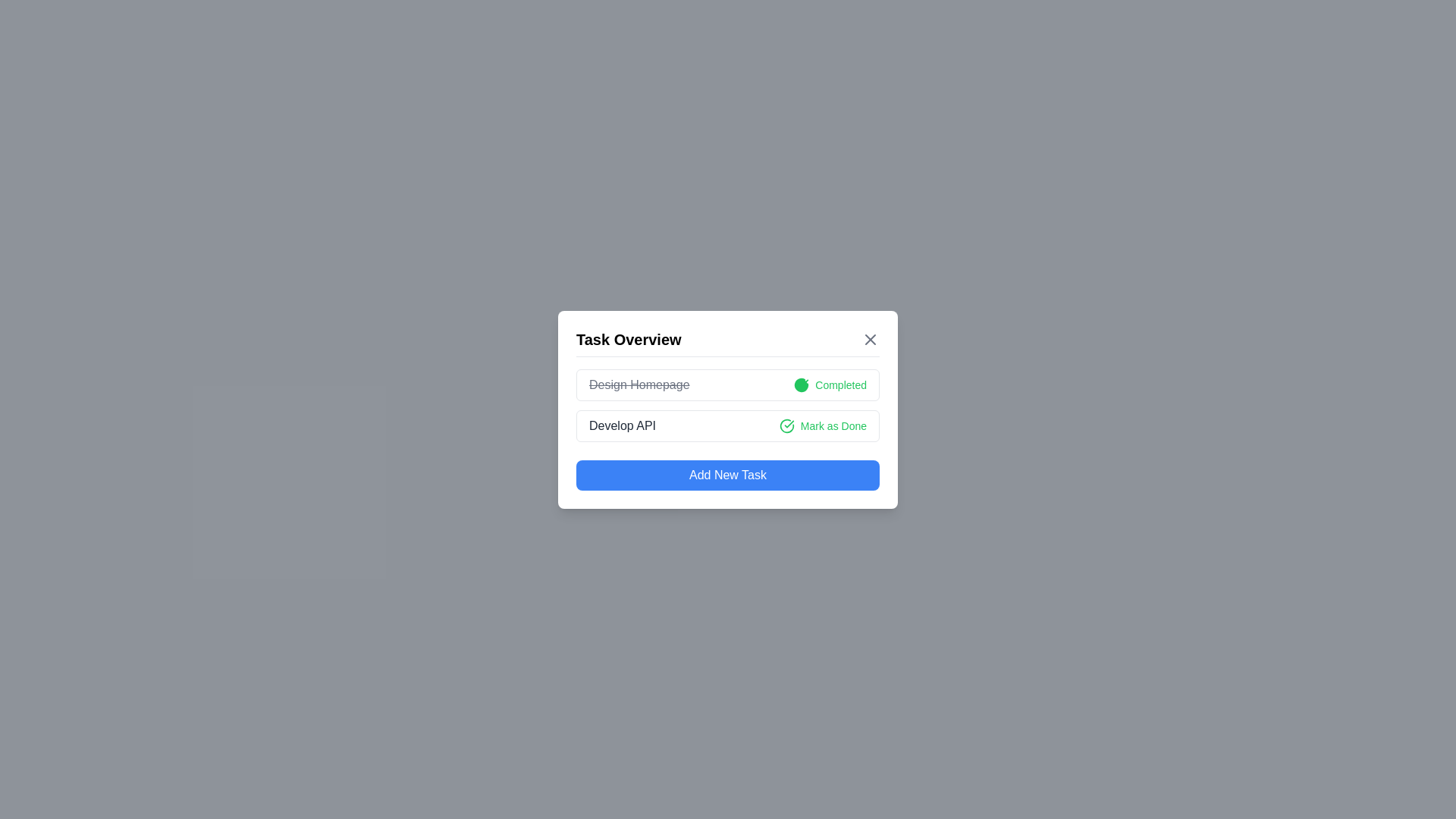 The height and width of the screenshot is (819, 1456). Describe the element at coordinates (786, 425) in the screenshot. I see `the completion indicator icon located to the left of the 'Mark as Done' text in the dialog box` at that location.